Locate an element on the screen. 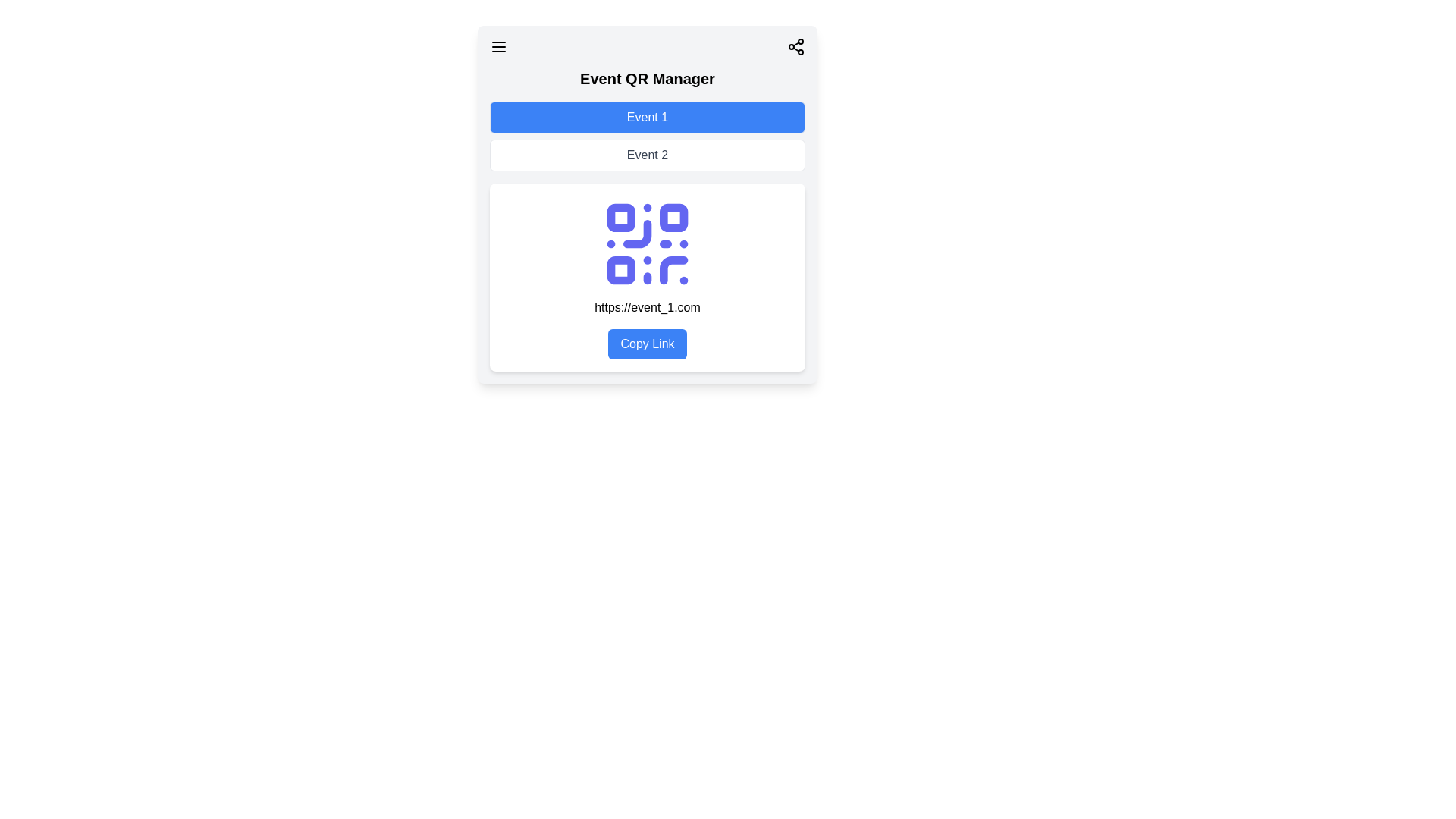  the text display element that shows the URL 'https://event_1.com', which is centrally aligned between a QR code above and a 'Copy Link' button below is located at coordinates (648, 307).